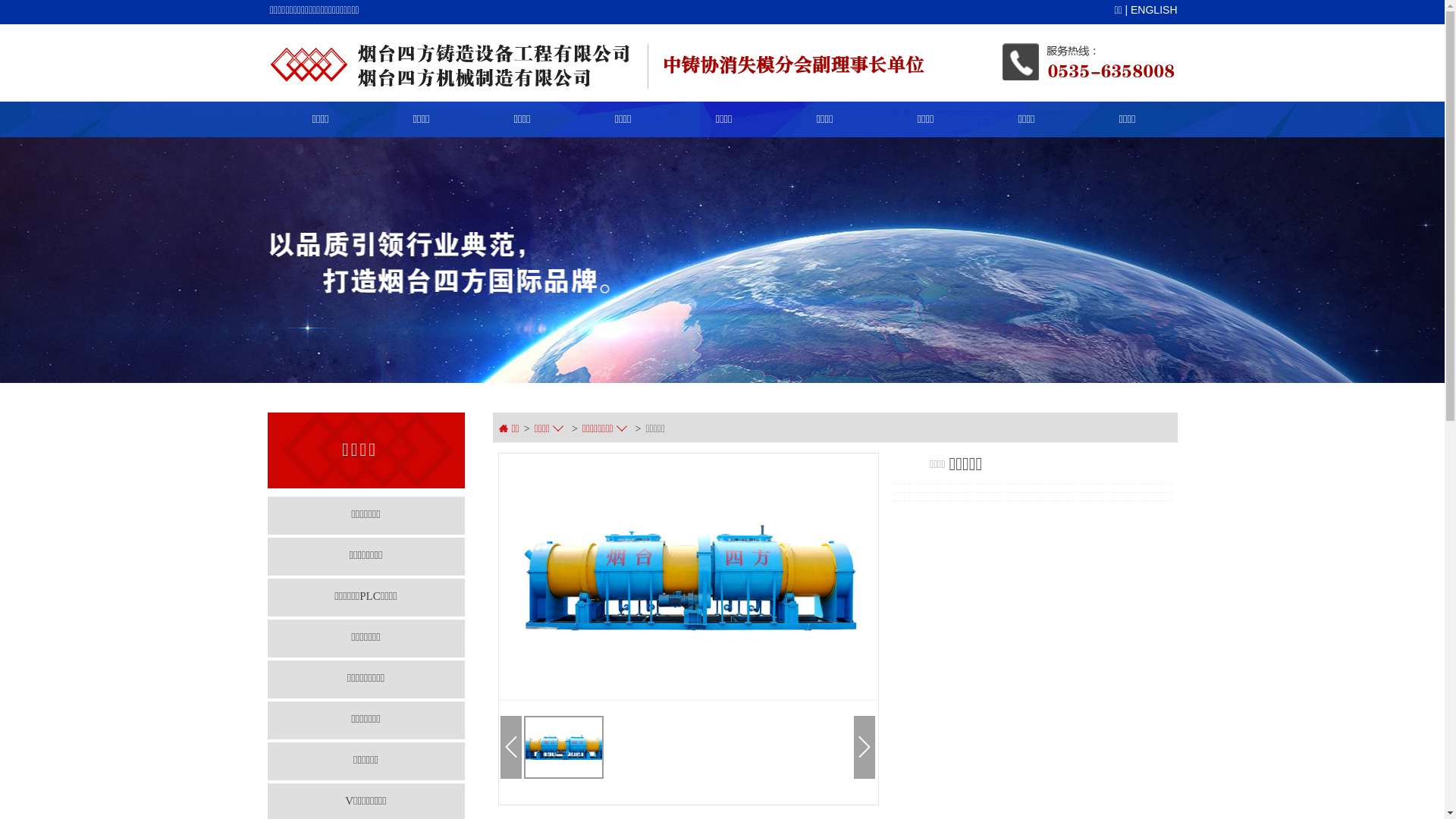  I want to click on 'ENGLISH', so click(1153, 9).